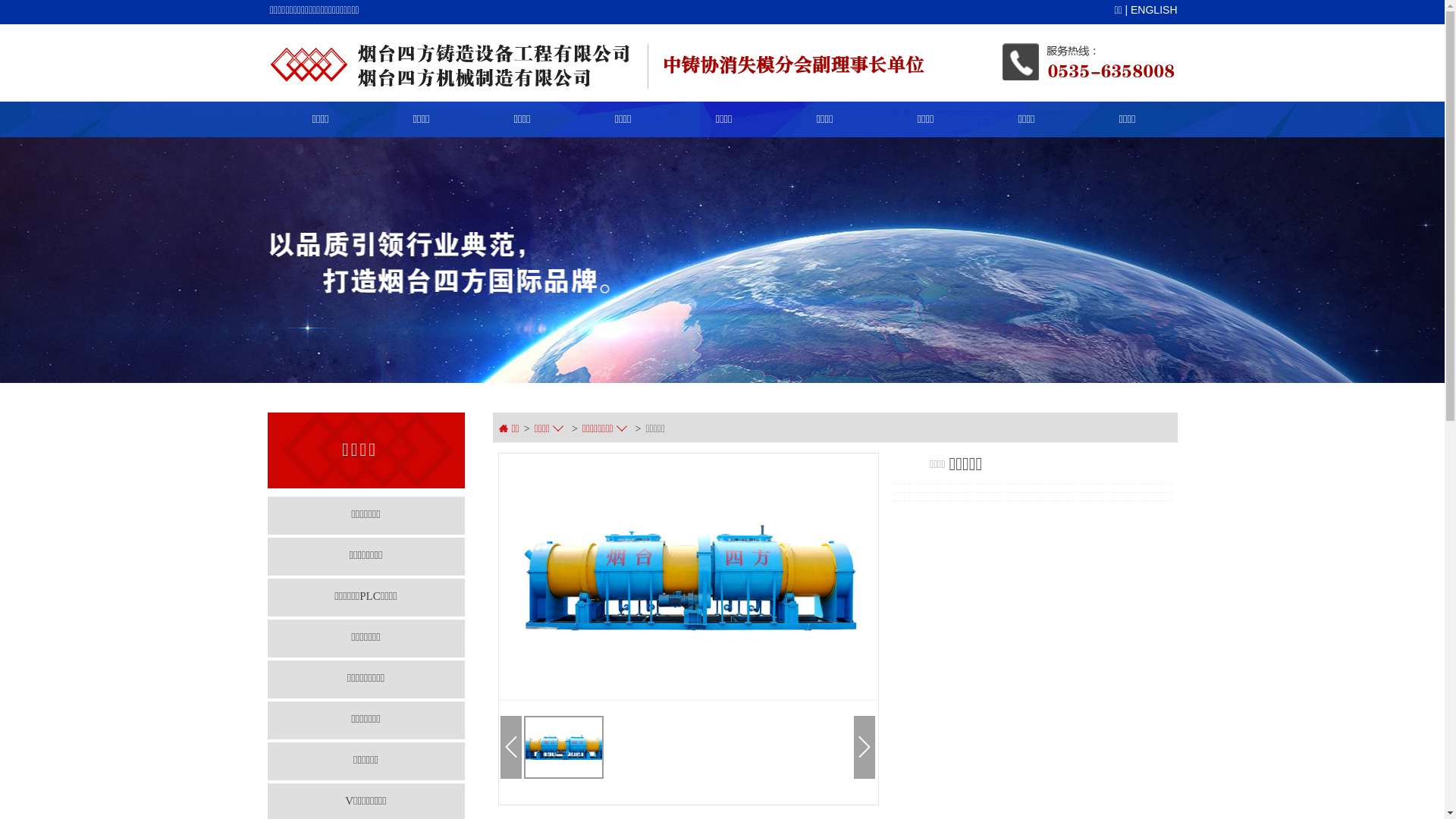  I want to click on 'ENGLISH', so click(1153, 9).